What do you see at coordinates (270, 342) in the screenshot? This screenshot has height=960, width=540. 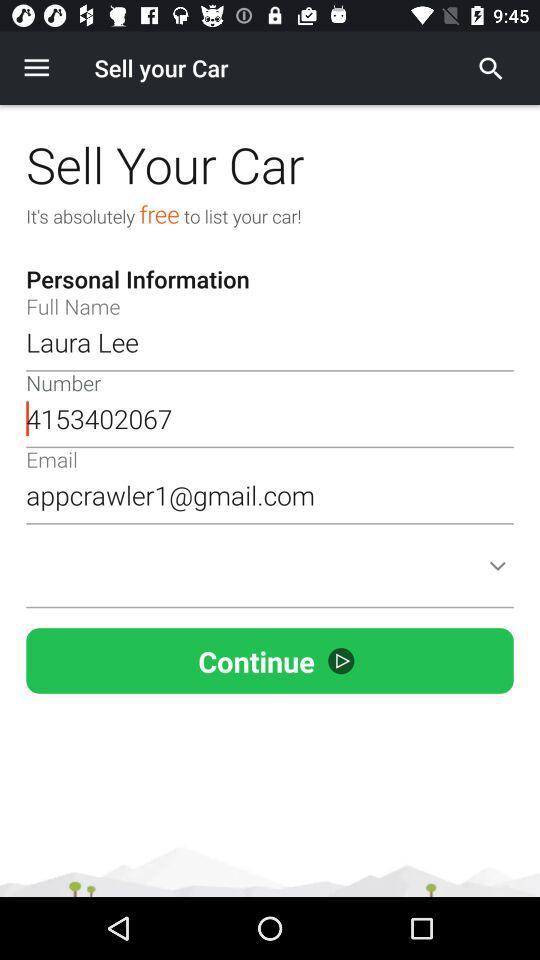 I see `laura lee item` at bounding box center [270, 342].